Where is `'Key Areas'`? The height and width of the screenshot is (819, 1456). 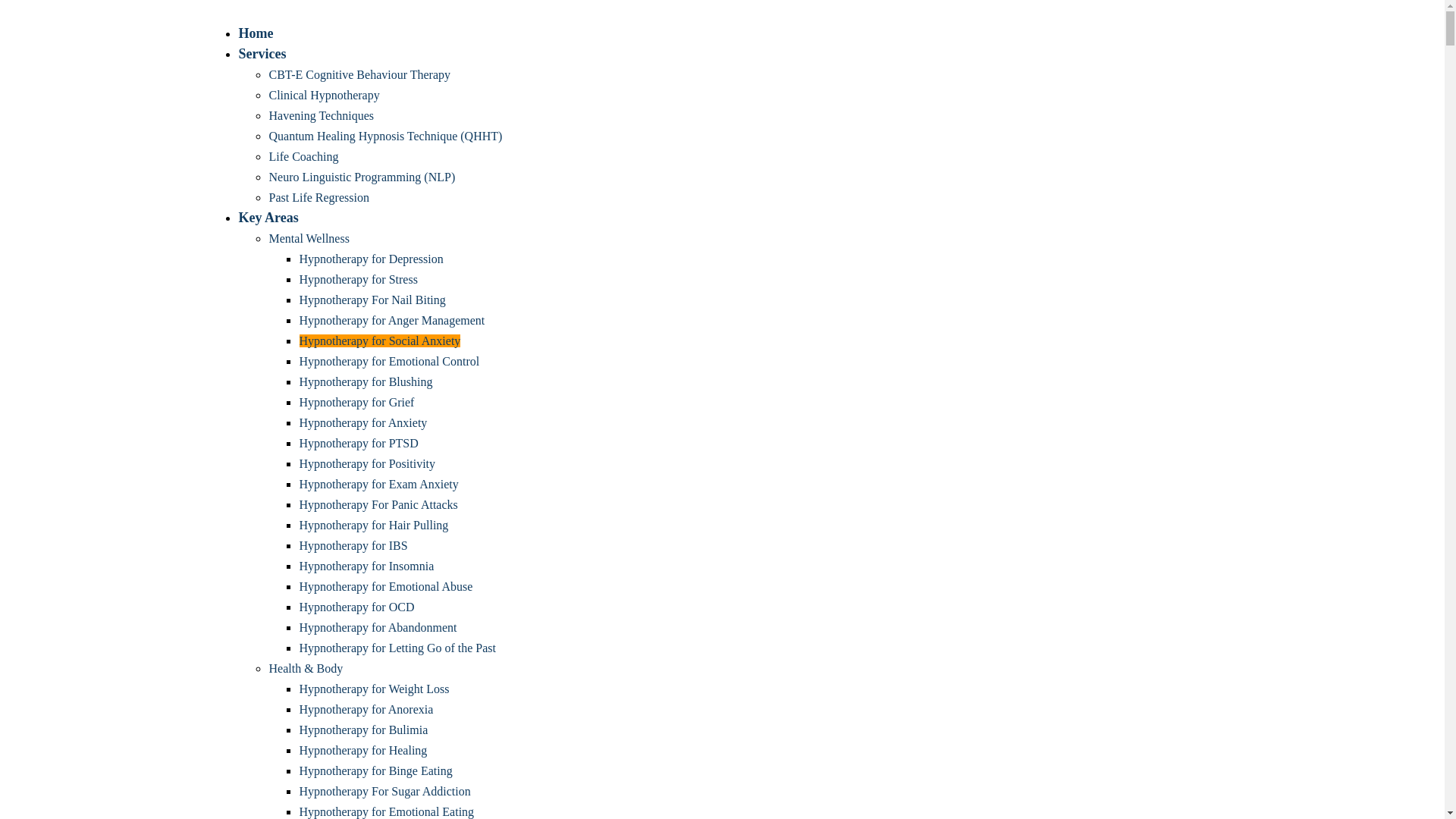
'Key Areas' is located at coordinates (268, 217).